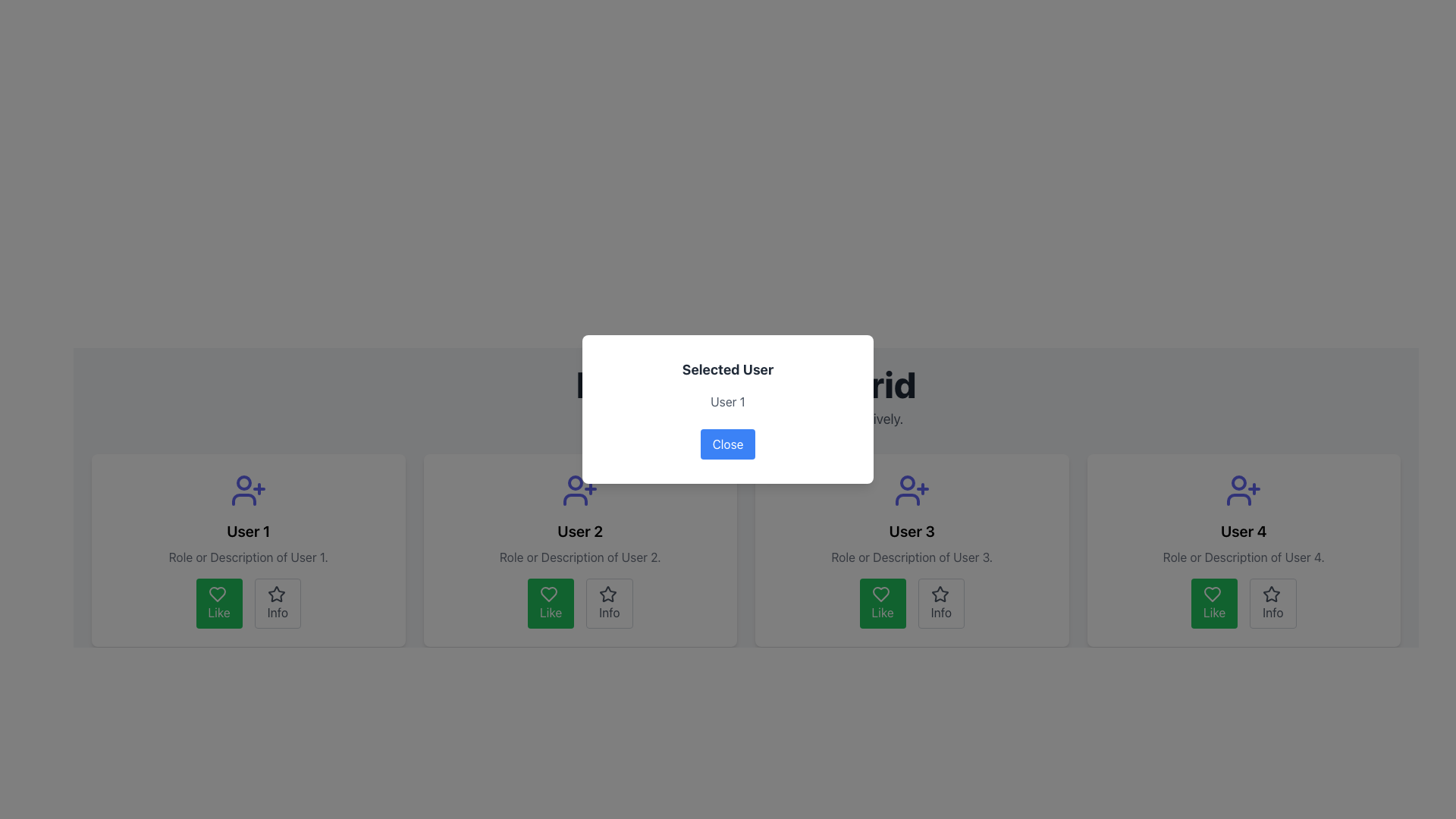 Image resolution: width=1456 pixels, height=819 pixels. I want to click on the text label that provides additional information for 'User 1', located beneath the larger text 'User 1' and above the 'Like' and 'Info' buttons, so click(248, 557).